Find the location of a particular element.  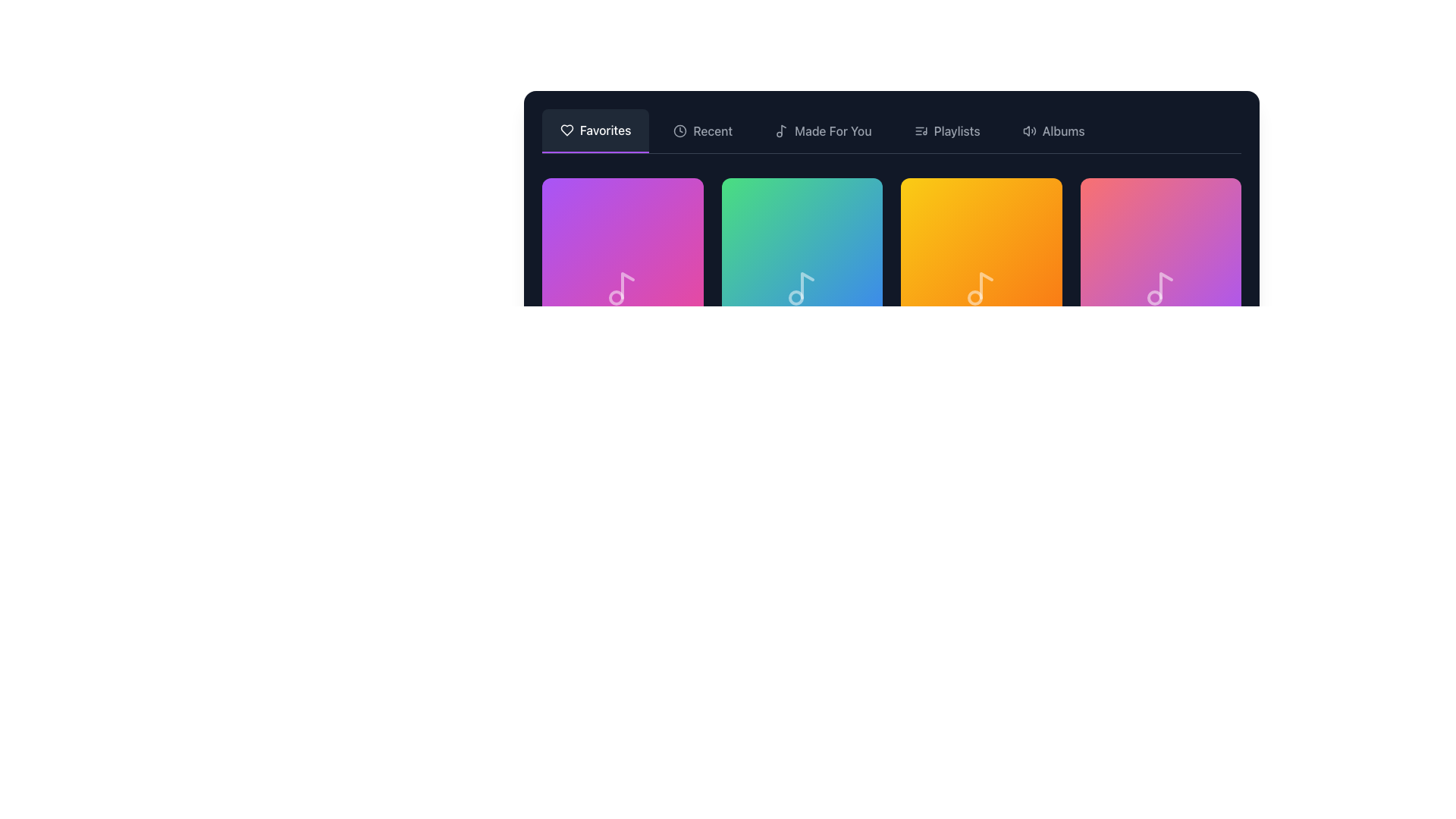

the 'Playlists' button, which is the fourth item in the navigation bar is located at coordinates (946, 130).